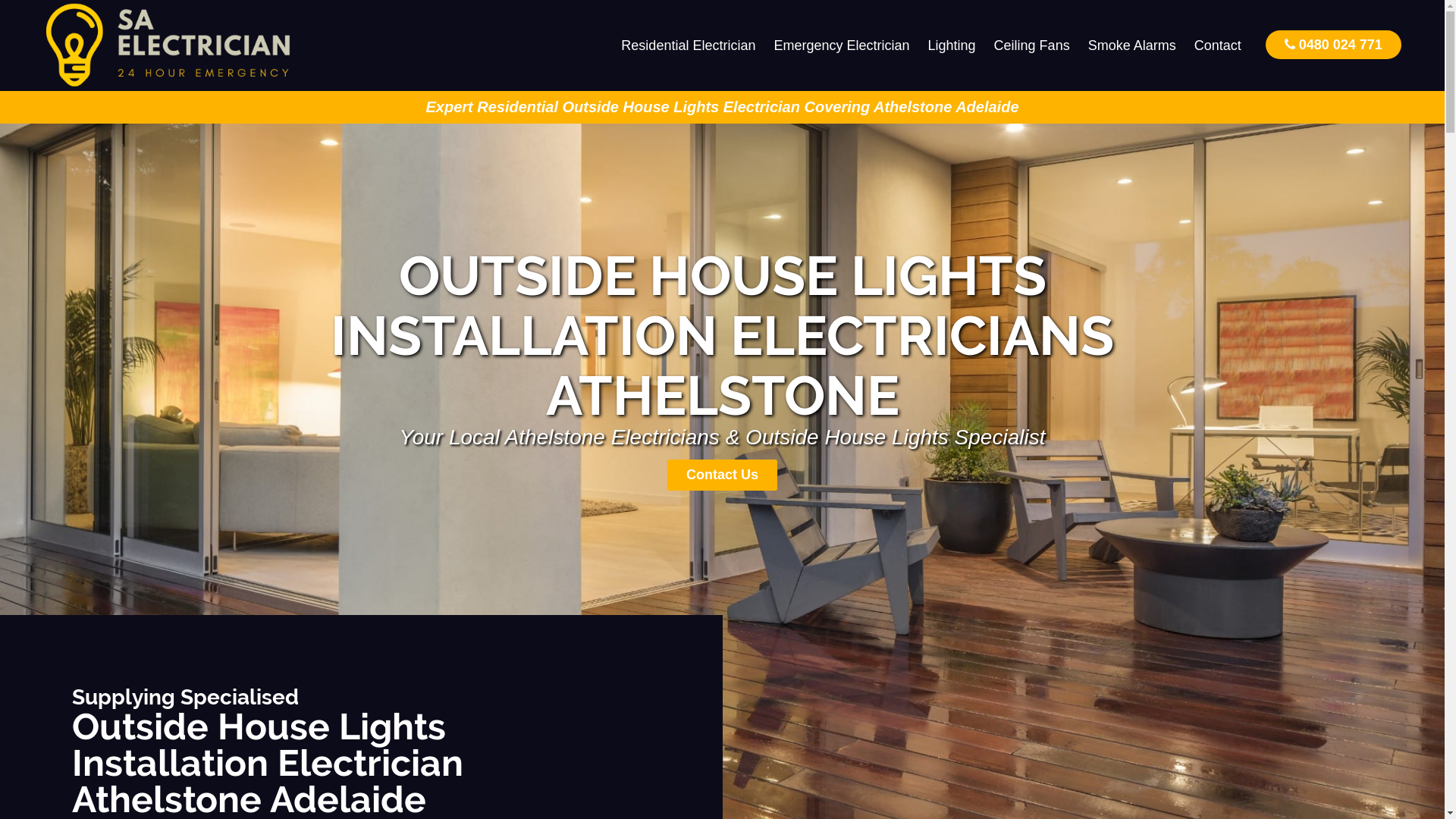 The image size is (1456, 819). Describe the element at coordinates (1218, 45) in the screenshot. I see `'Contact'` at that location.